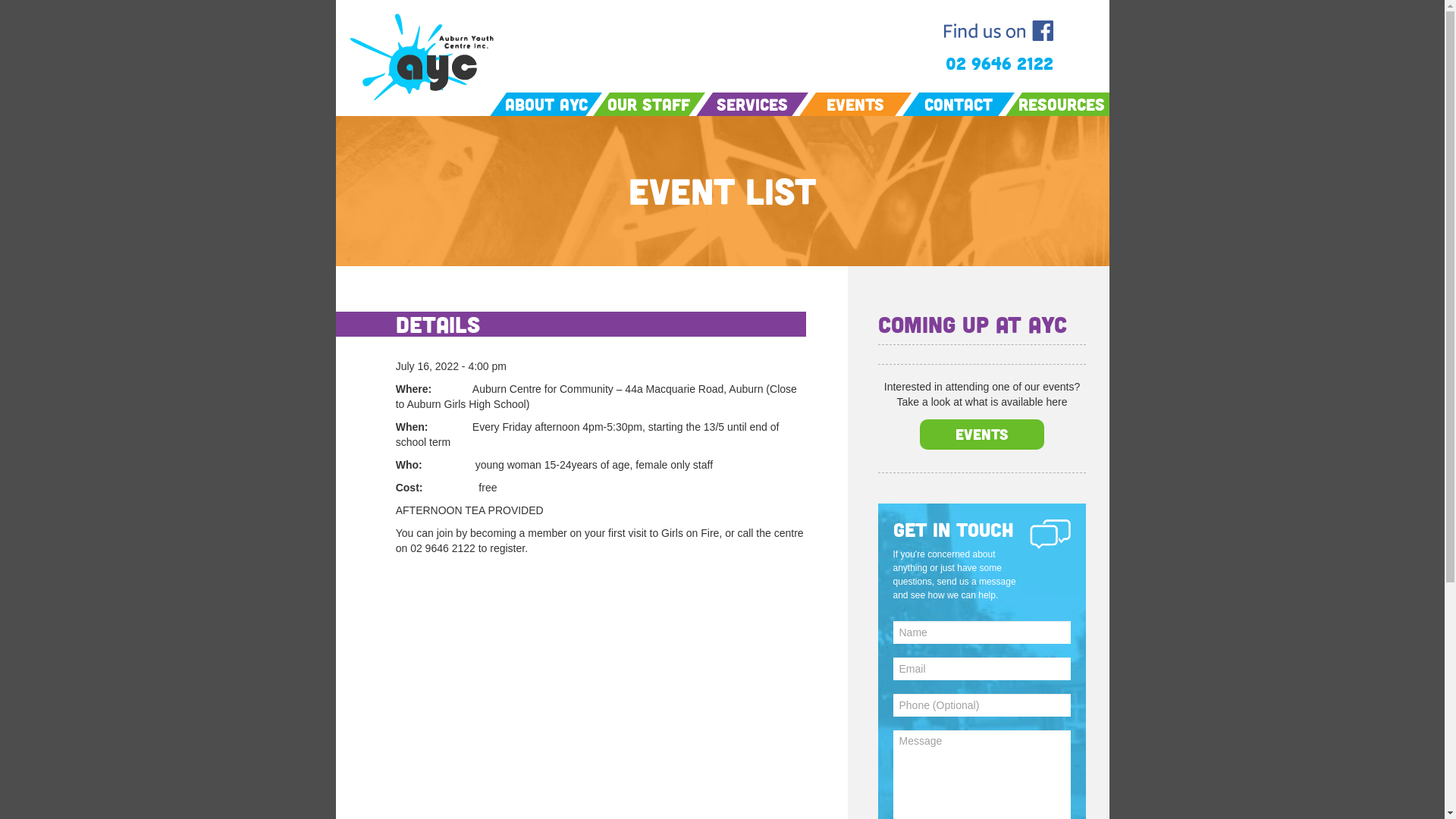 This screenshot has height=819, width=1456. I want to click on 'Our Staff', so click(648, 103).